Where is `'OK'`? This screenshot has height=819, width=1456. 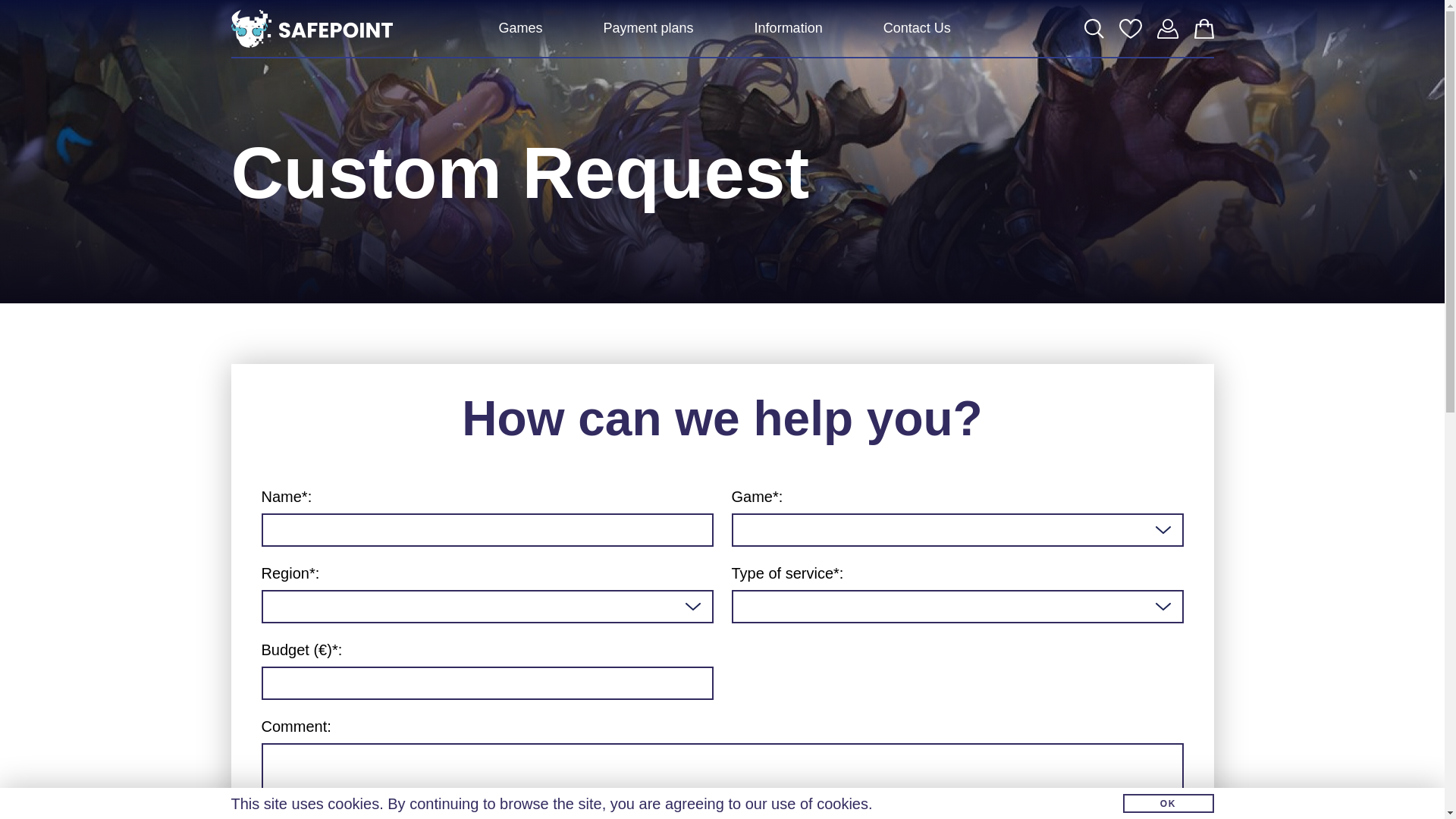 'OK' is located at coordinates (1167, 802).